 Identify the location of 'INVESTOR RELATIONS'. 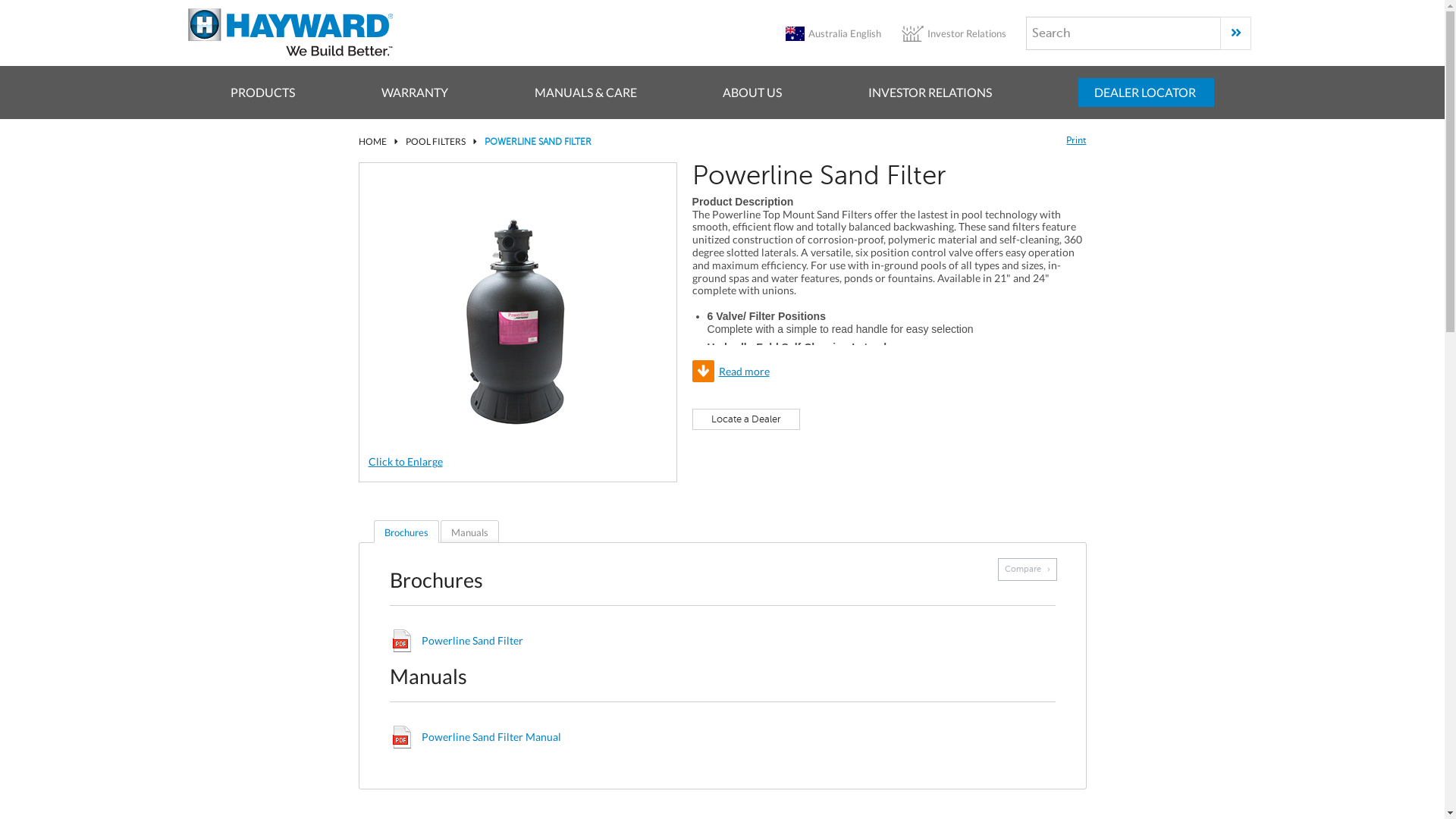
(868, 93).